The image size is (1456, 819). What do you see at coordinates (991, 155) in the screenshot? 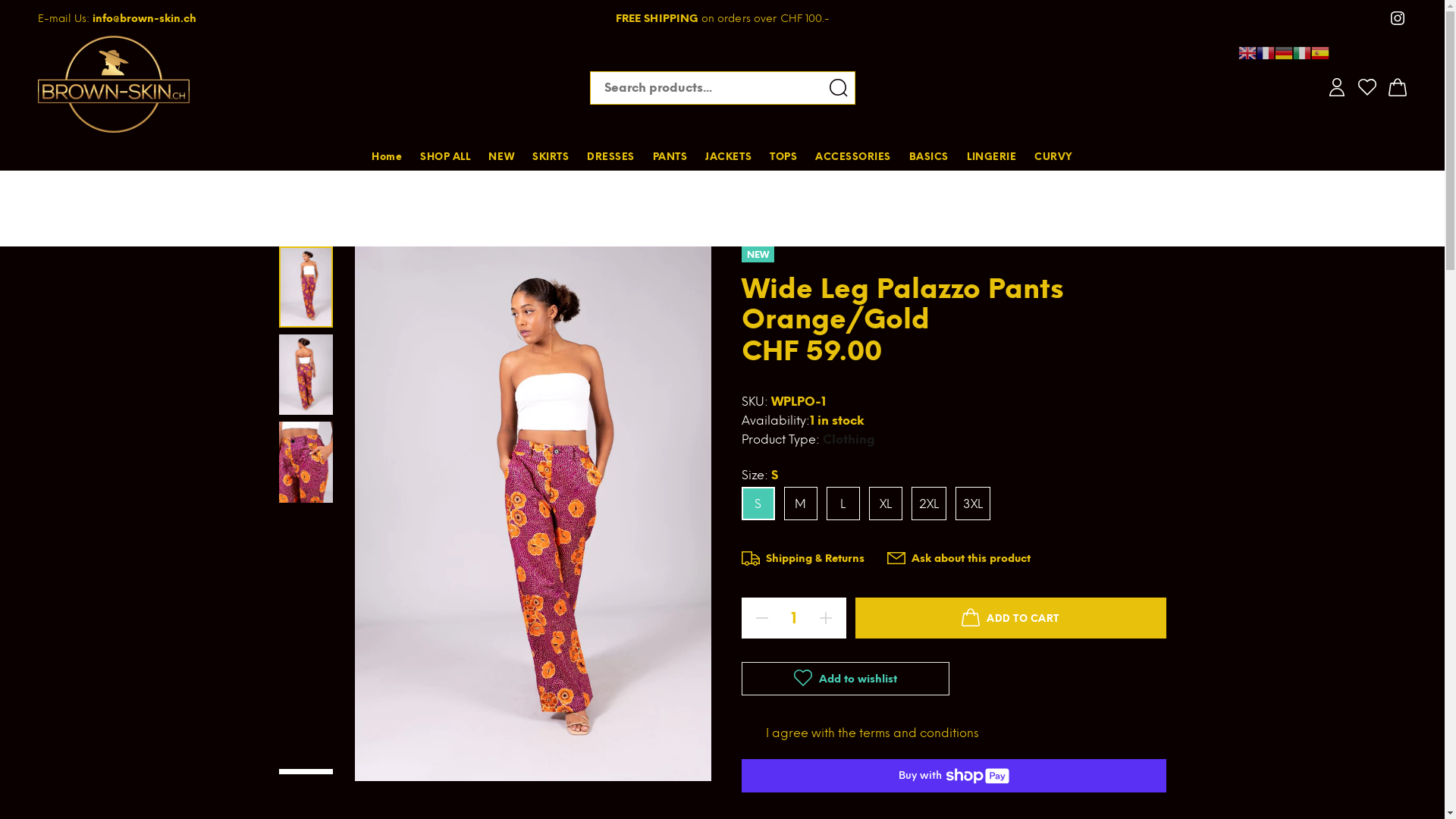
I see `'LINGERIE'` at bounding box center [991, 155].